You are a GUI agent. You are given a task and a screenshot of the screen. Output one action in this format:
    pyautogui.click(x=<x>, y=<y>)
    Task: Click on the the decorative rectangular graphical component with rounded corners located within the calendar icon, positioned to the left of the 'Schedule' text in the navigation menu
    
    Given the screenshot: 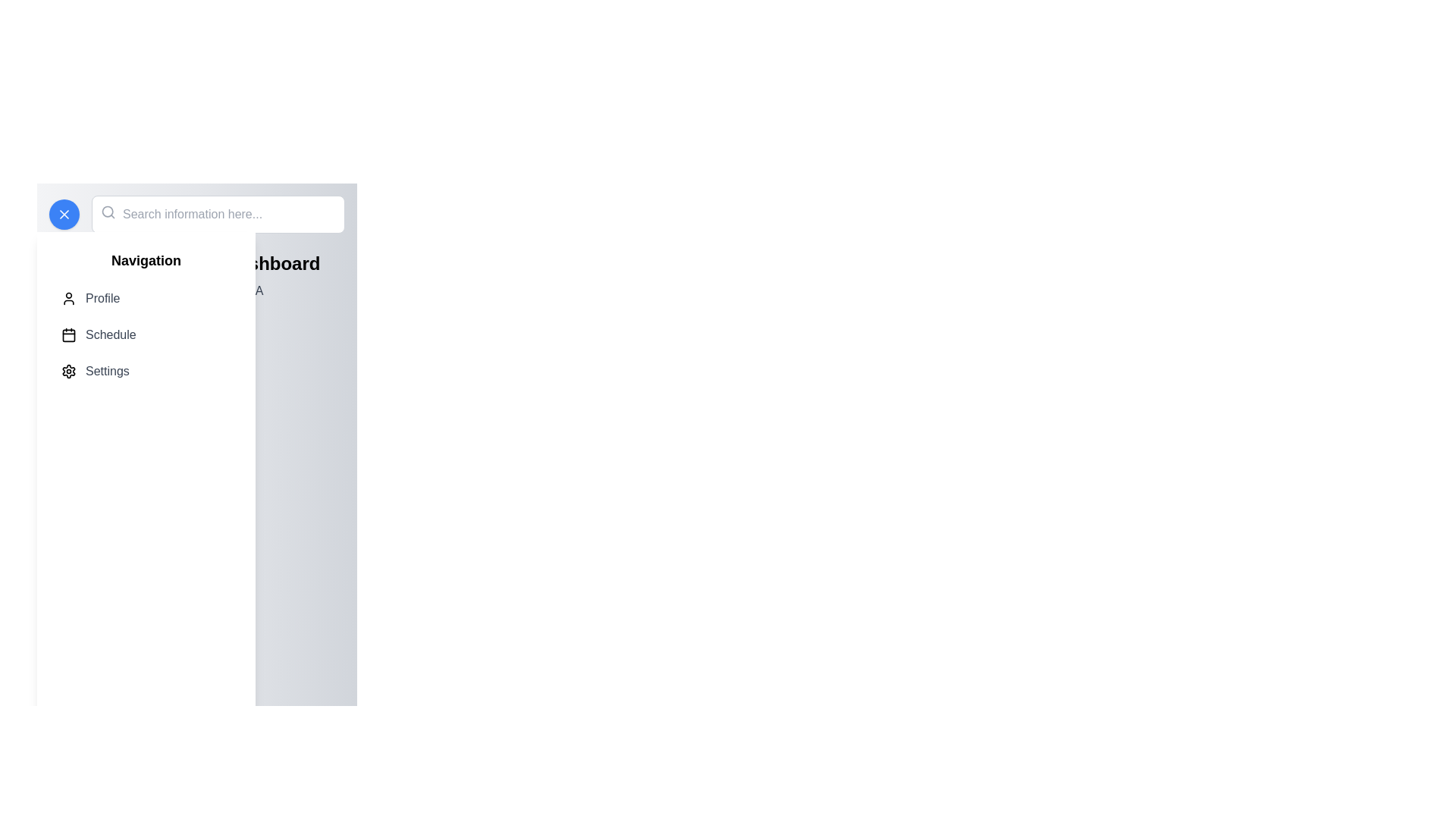 What is the action you would take?
    pyautogui.click(x=68, y=334)
    